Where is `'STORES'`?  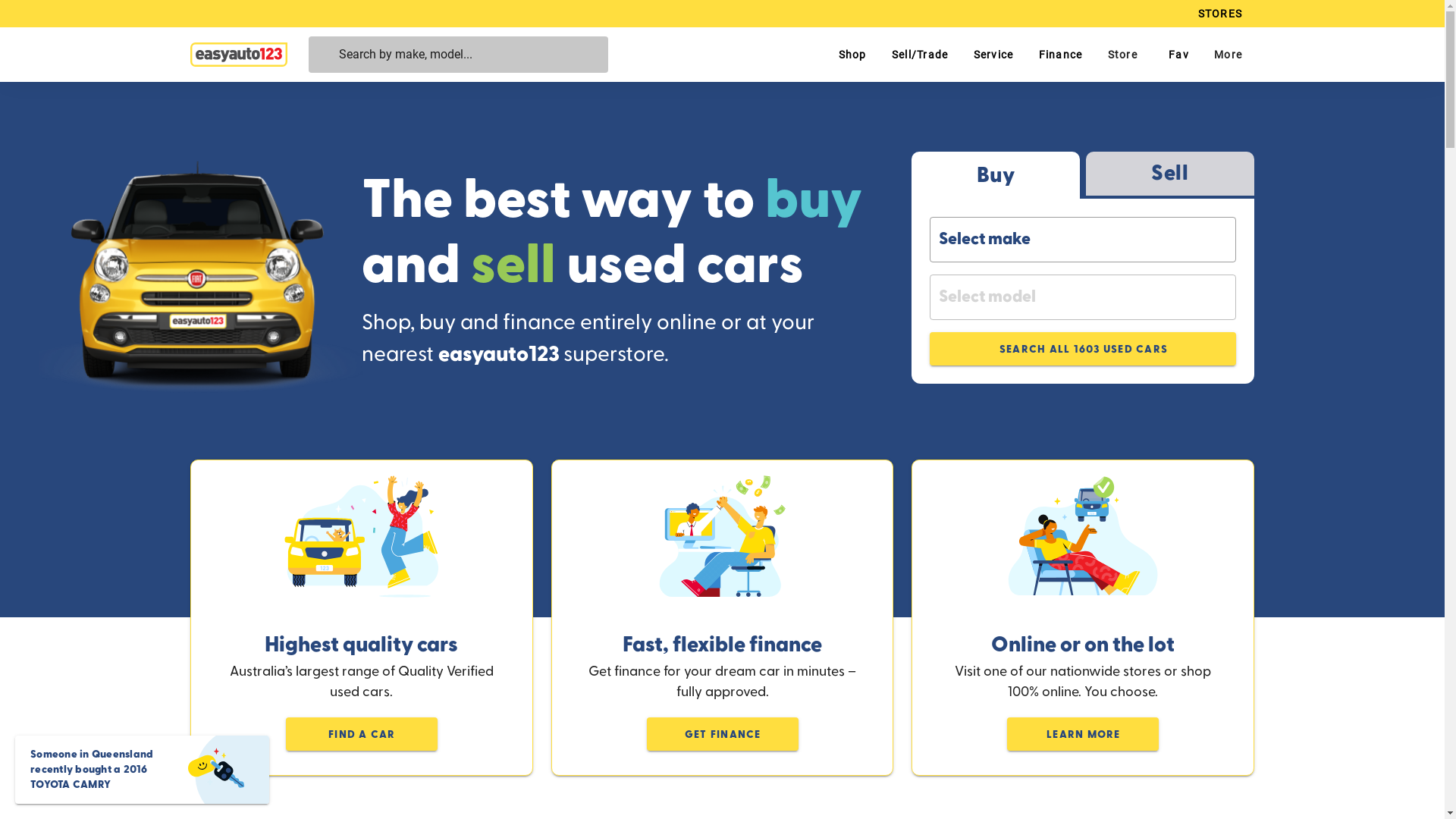
'STORES' is located at coordinates (1219, 14).